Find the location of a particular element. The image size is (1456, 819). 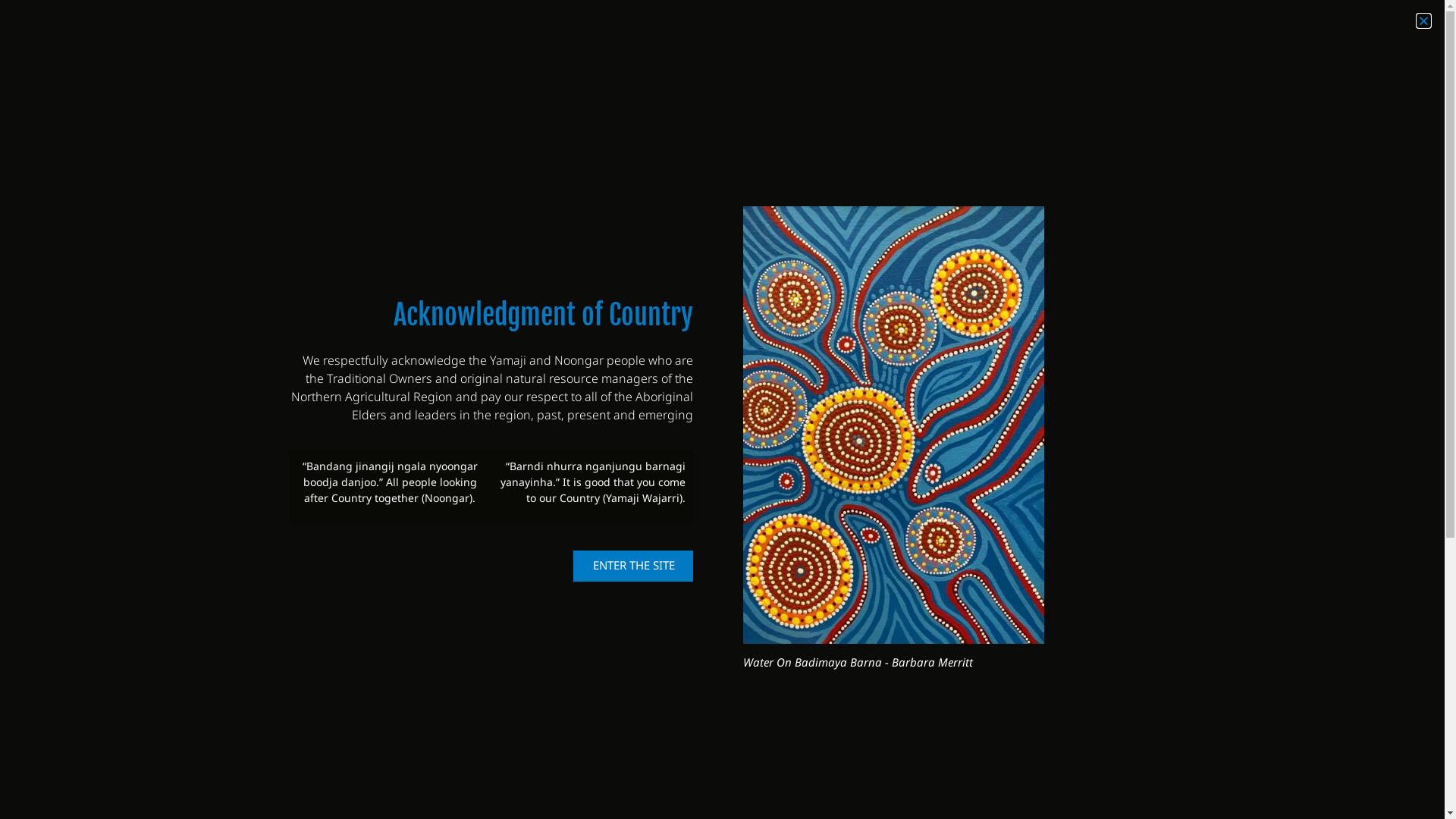

'THE REGION' is located at coordinates (852, 78).